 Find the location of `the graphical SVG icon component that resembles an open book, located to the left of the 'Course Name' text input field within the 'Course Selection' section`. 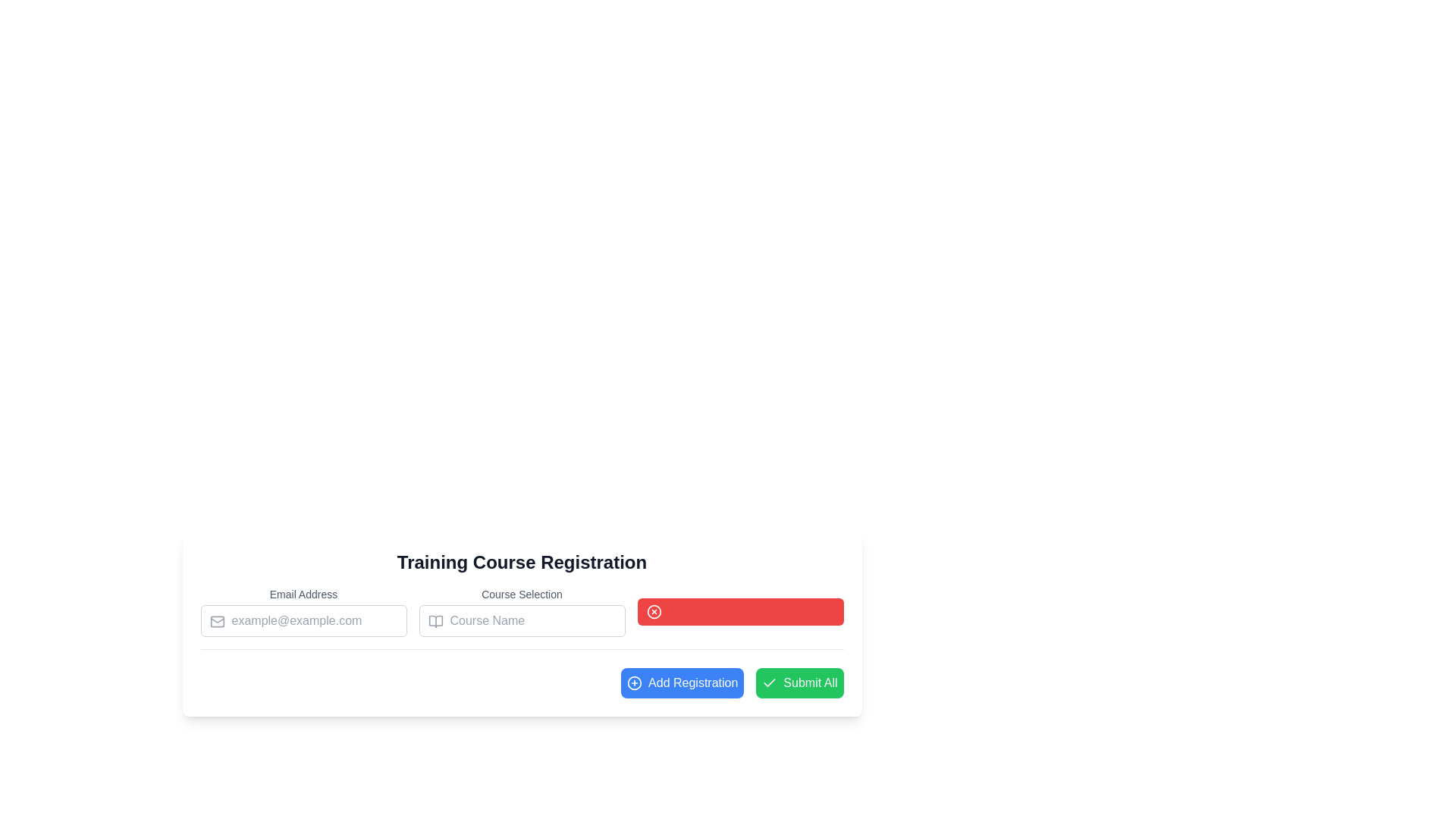

the graphical SVG icon component that resembles an open book, located to the left of the 'Course Name' text input field within the 'Course Selection' section is located at coordinates (435, 622).